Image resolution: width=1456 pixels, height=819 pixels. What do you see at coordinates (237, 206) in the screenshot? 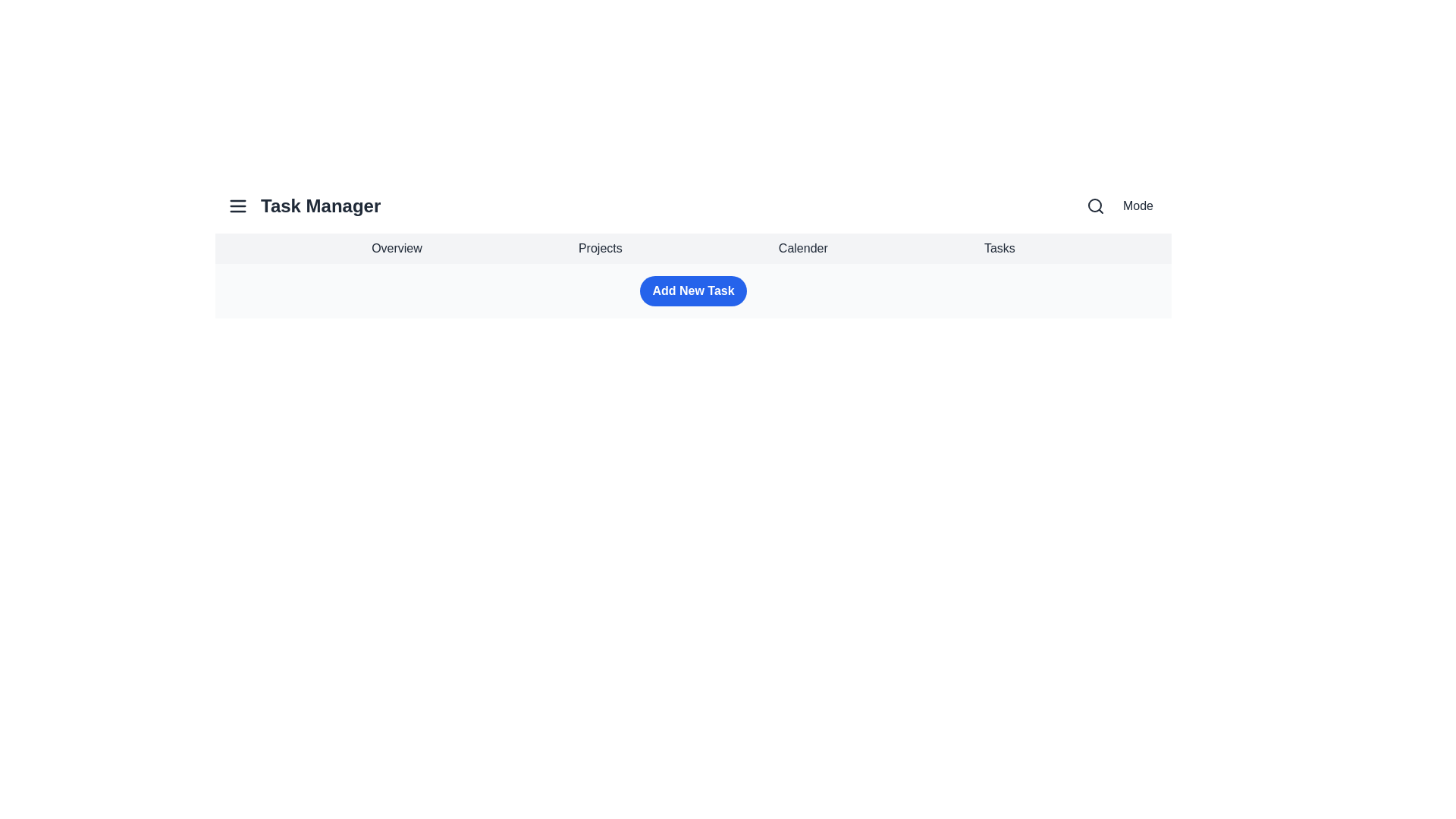
I see `the menu button to toggle the menu's visibility` at bounding box center [237, 206].